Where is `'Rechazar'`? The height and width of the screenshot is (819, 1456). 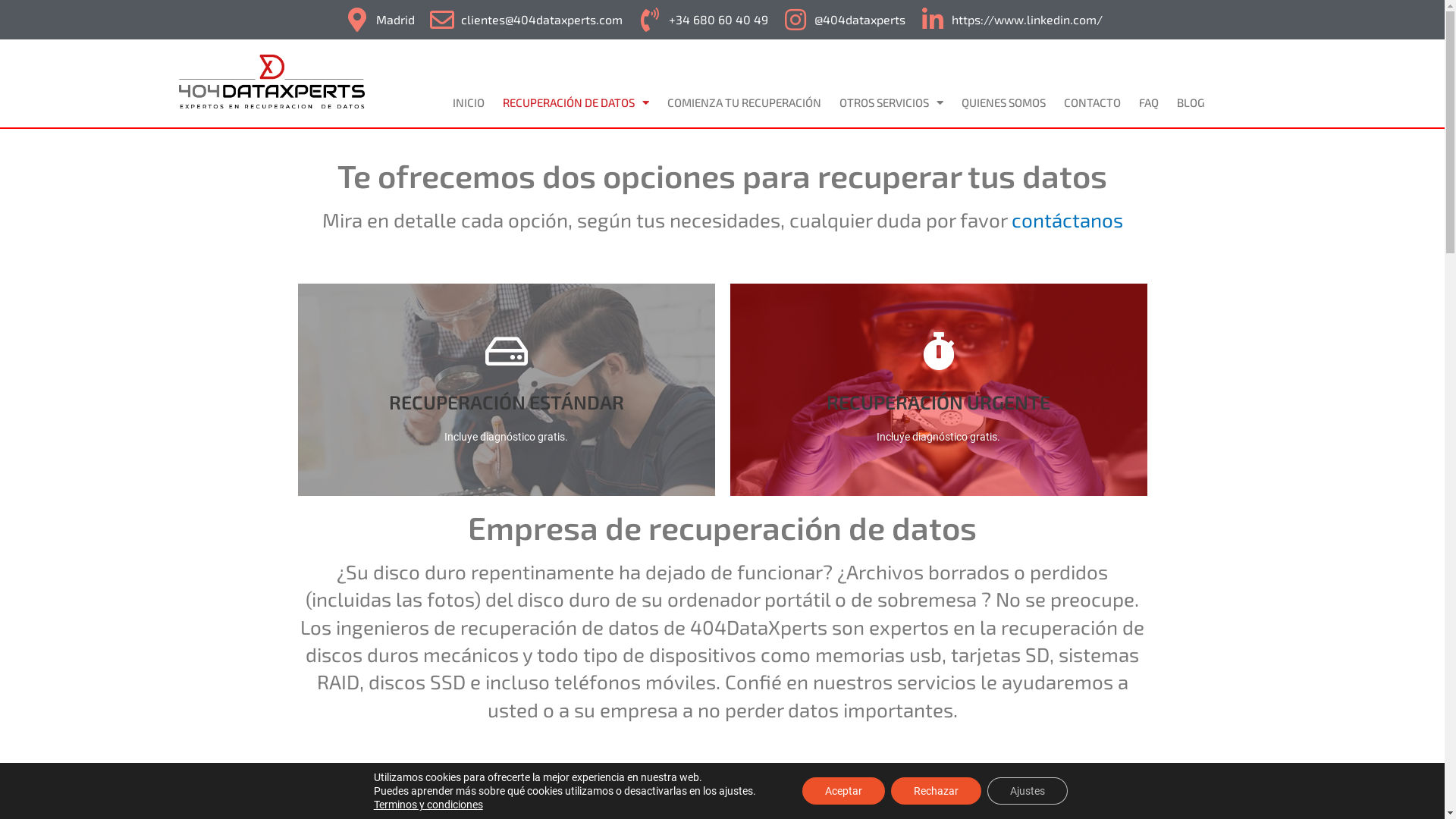
'Rechazar' is located at coordinates (935, 789).